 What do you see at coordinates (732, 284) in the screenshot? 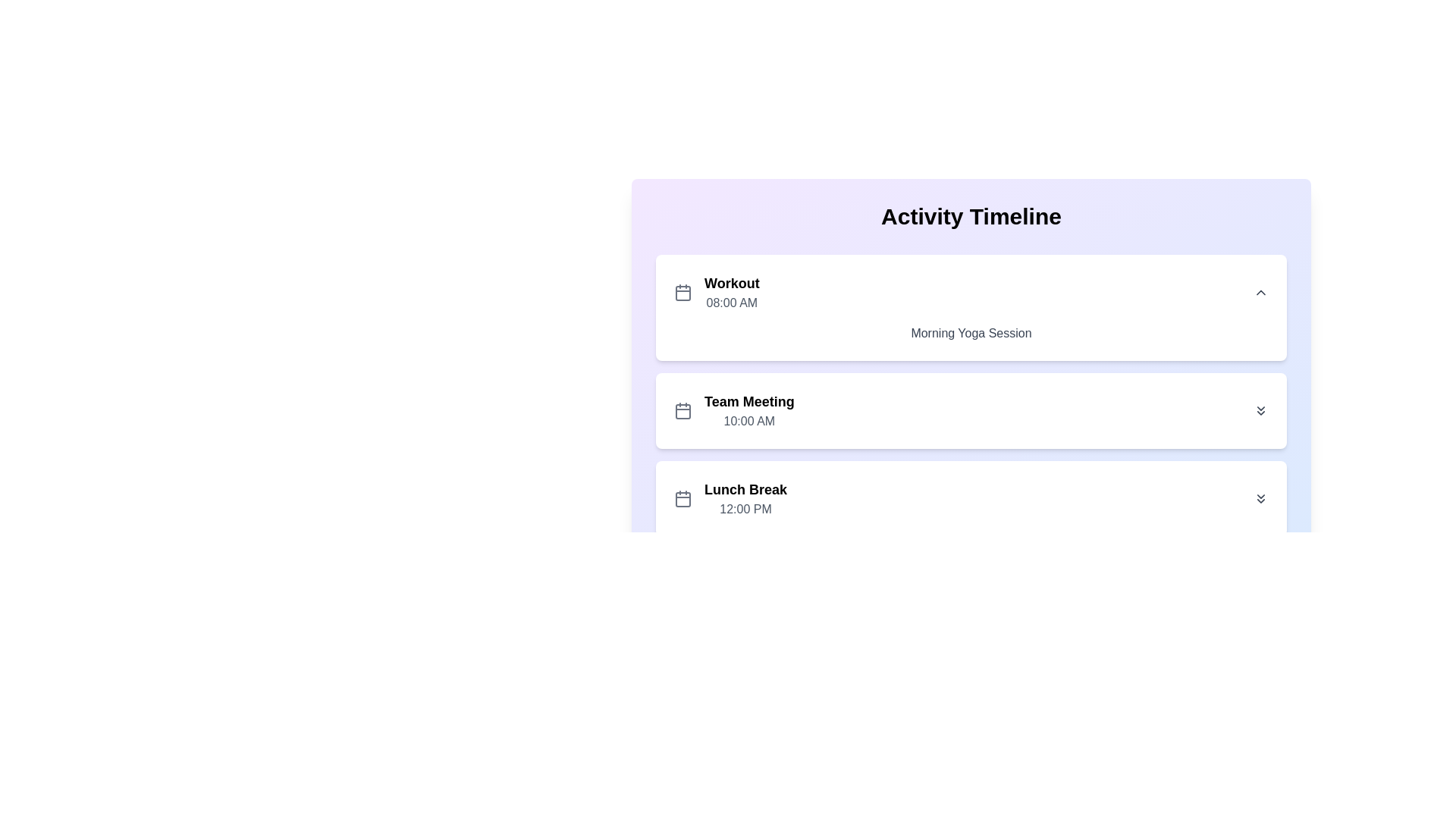
I see `the text label that serves as a title for the activity event in the 'Activity Timeline' section, located above the '08:00 AM' time label` at bounding box center [732, 284].